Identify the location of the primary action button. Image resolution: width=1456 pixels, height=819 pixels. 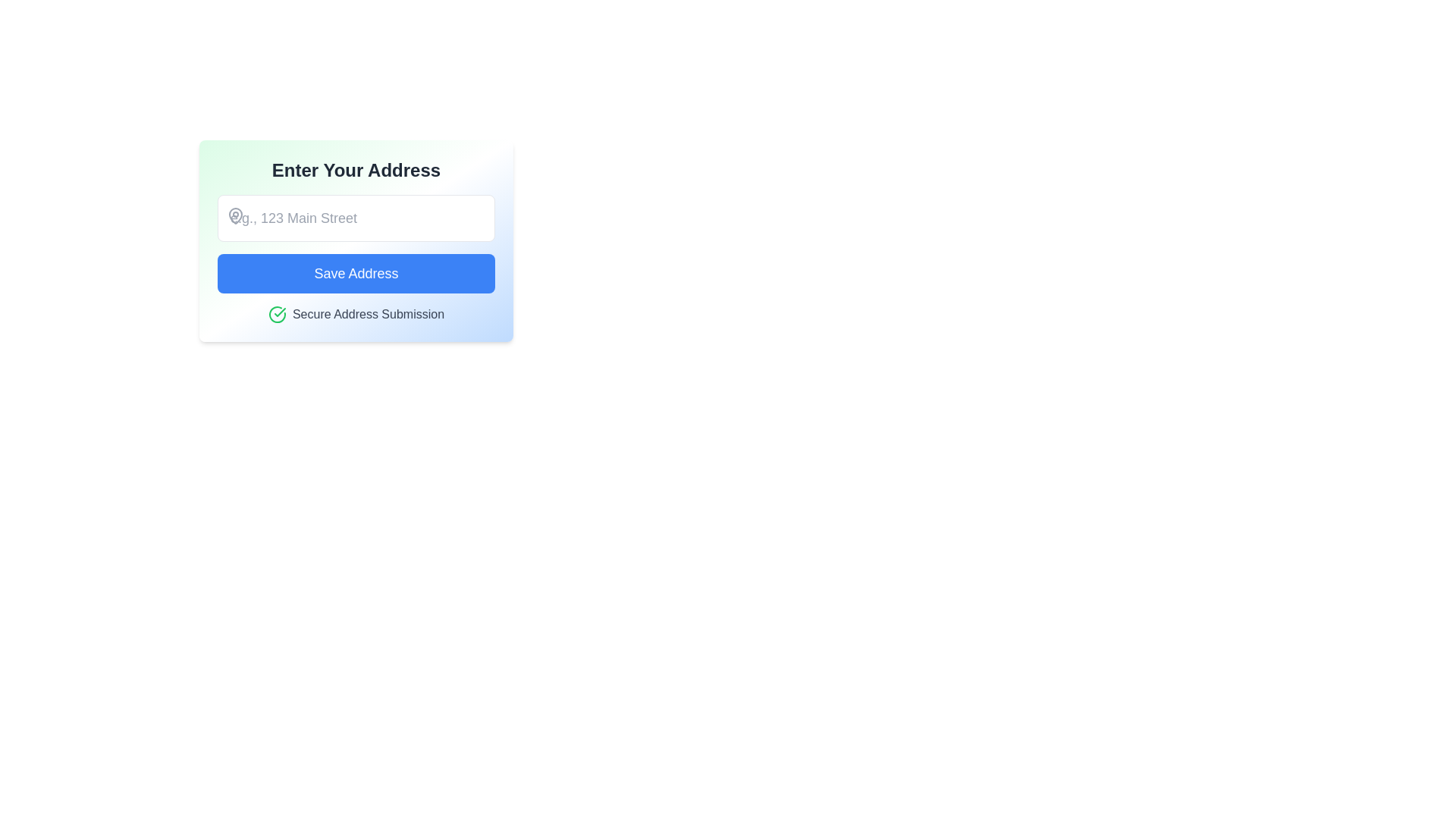
(356, 274).